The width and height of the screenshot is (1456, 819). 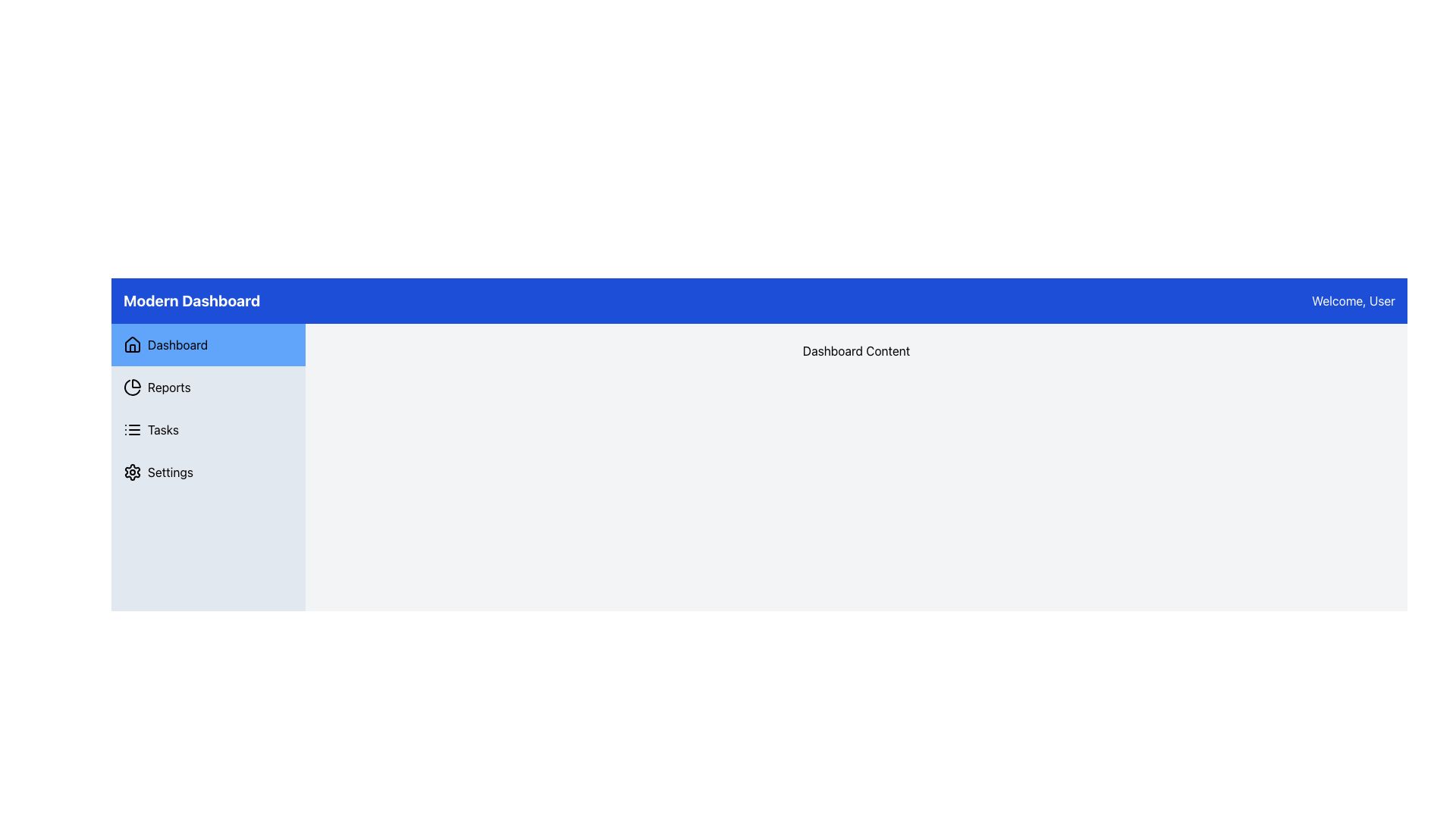 What do you see at coordinates (132, 430) in the screenshot?
I see `the compact icon composed of three horizontal lines, which resembles a list or menu symbol, located in the sidebar next to the 'Tasks' label` at bounding box center [132, 430].